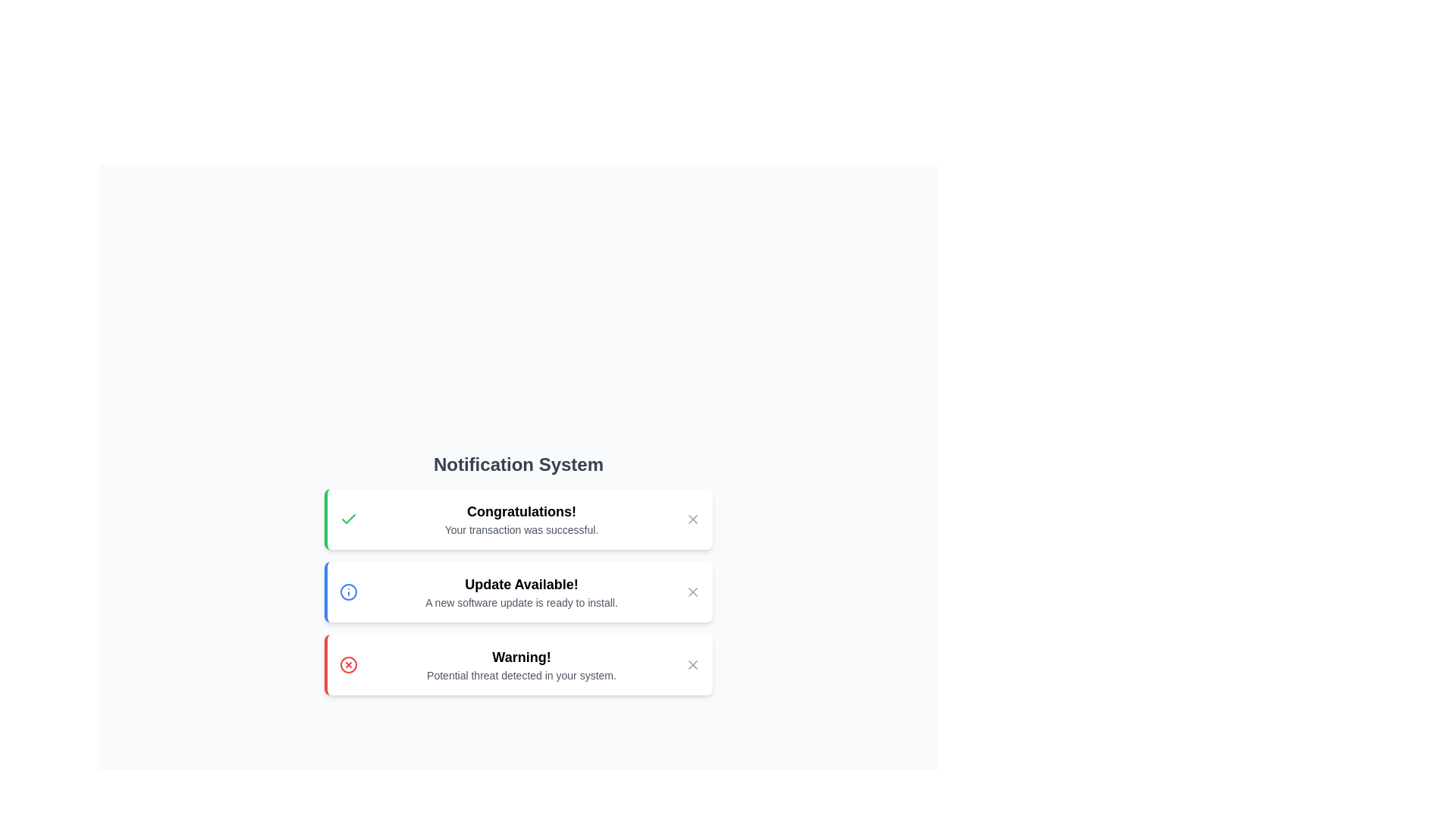 This screenshot has height=819, width=1456. I want to click on text label that says 'Update Available!' which is a bold, large-font notification located in the middle of the notification card, so click(521, 584).